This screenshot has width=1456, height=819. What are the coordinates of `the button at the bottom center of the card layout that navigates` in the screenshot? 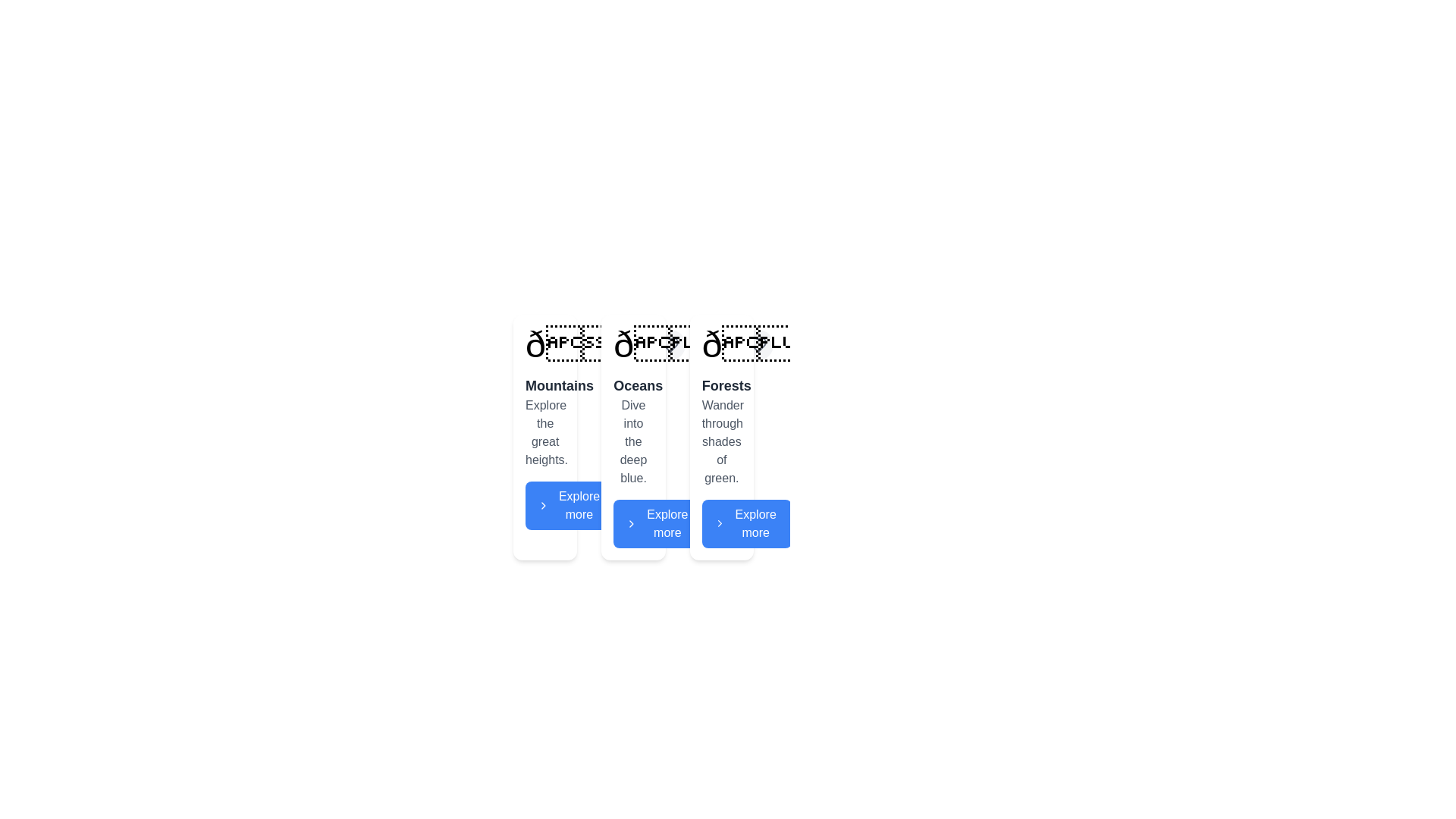 It's located at (658, 522).